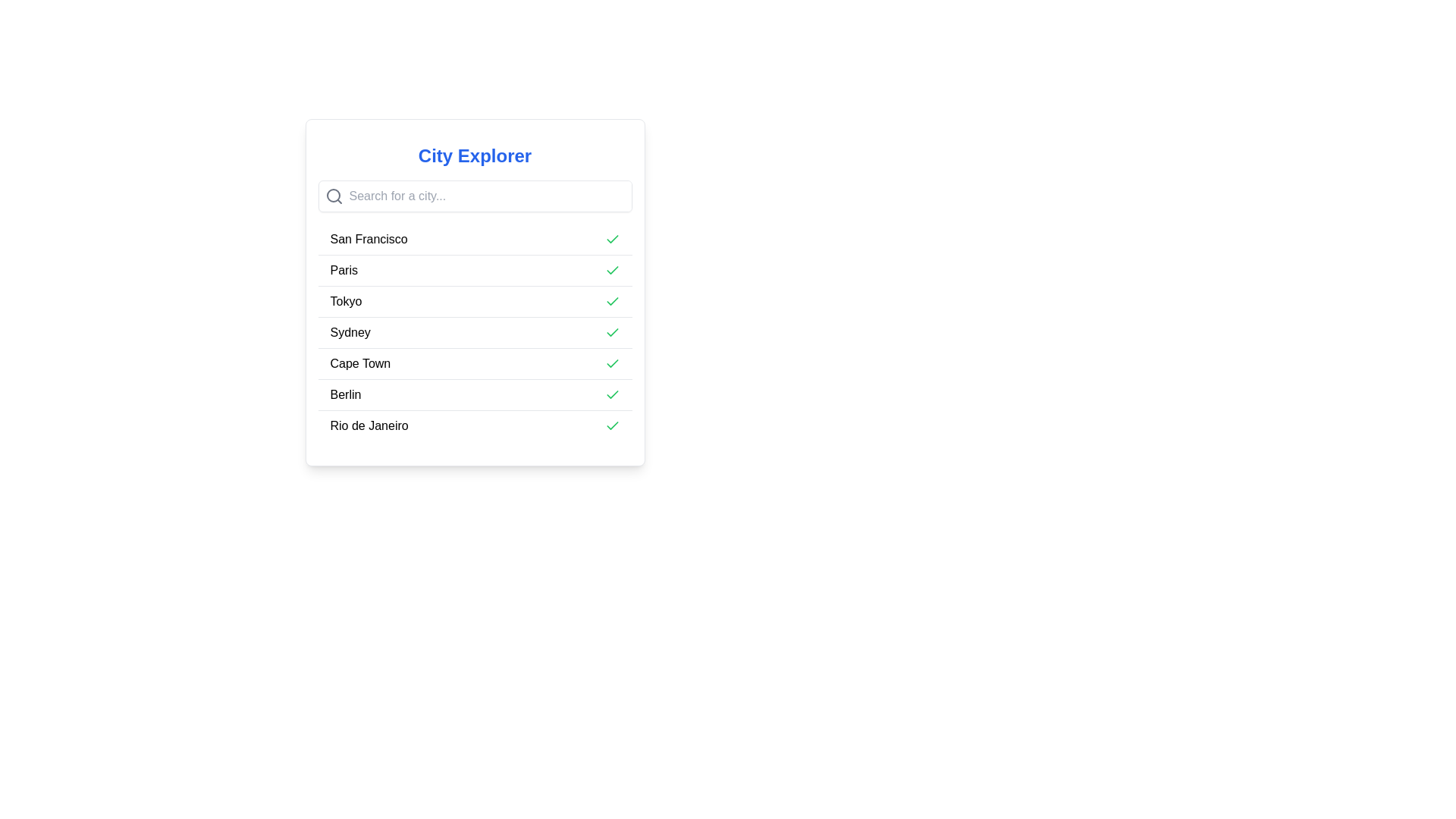 The image size is (1456, 819). What do you see at coordinates (369, 426) in the screenshot?
I see `the text label 'Rio de Janeiro' located at the seventh position in the dropdown menu` at bounding box center [369, 426].